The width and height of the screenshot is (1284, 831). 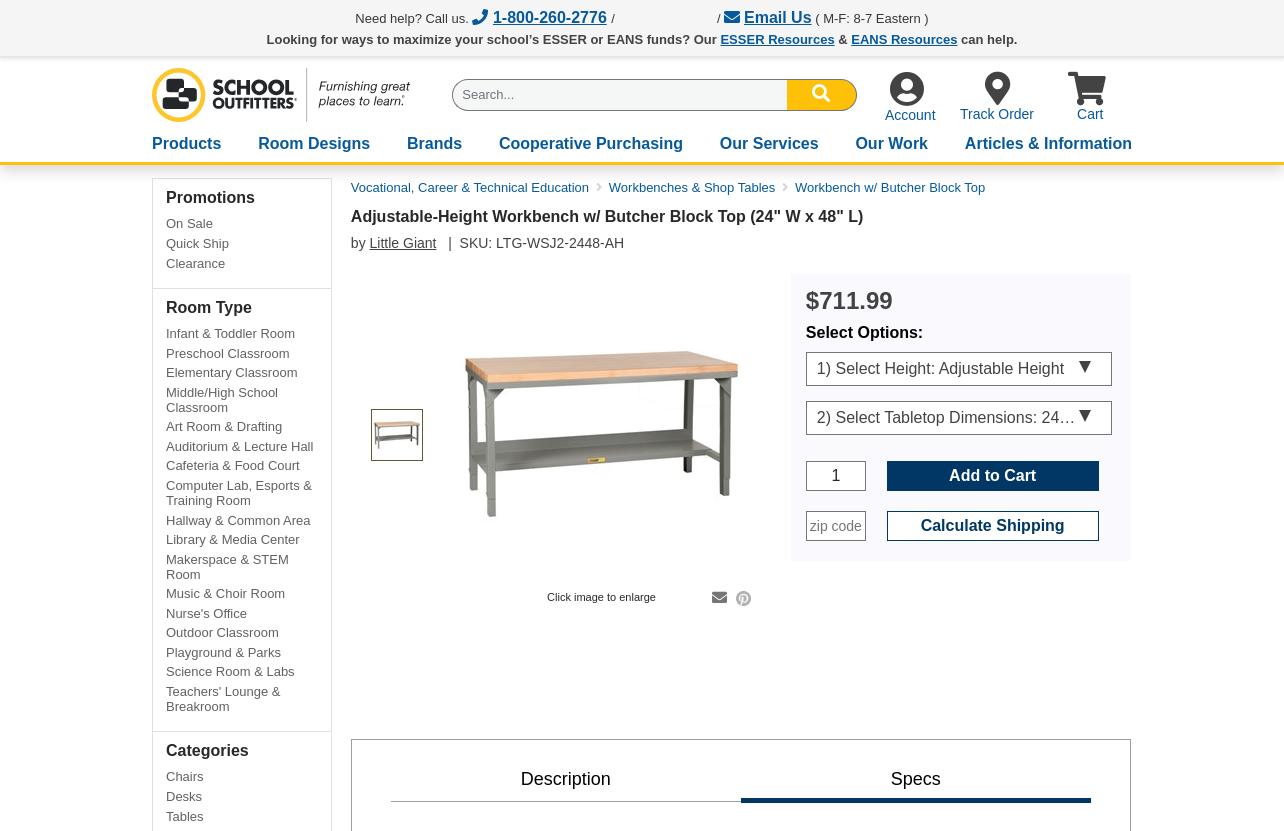 What do you see at coordinates (238, 444) in the screenshot?
I see `'Auditorium & Lecture Hall'` at bounding box center [238, 444].